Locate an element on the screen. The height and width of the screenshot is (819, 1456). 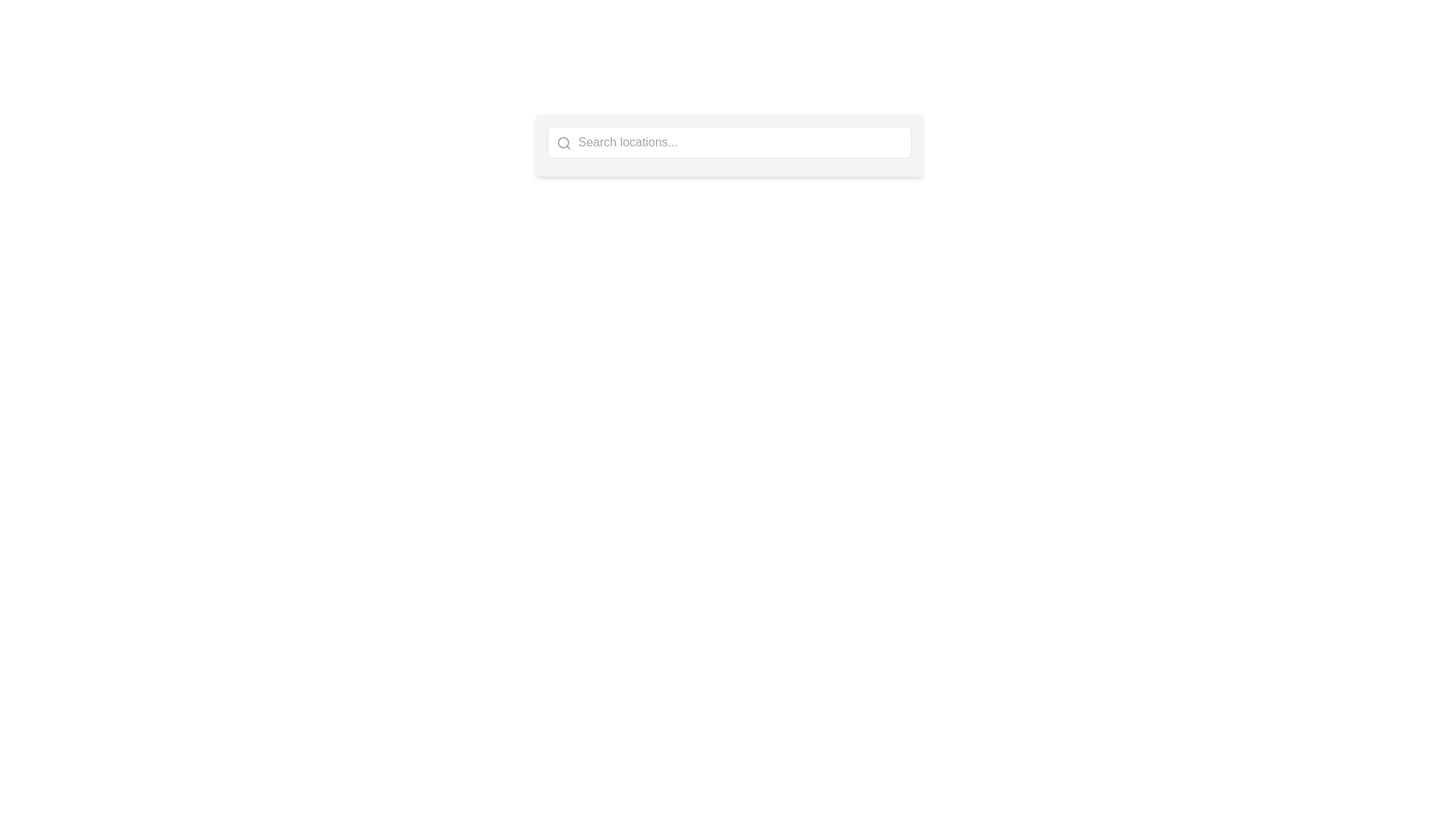
the input field associated with the search icon is located at coordinates (563, 143).